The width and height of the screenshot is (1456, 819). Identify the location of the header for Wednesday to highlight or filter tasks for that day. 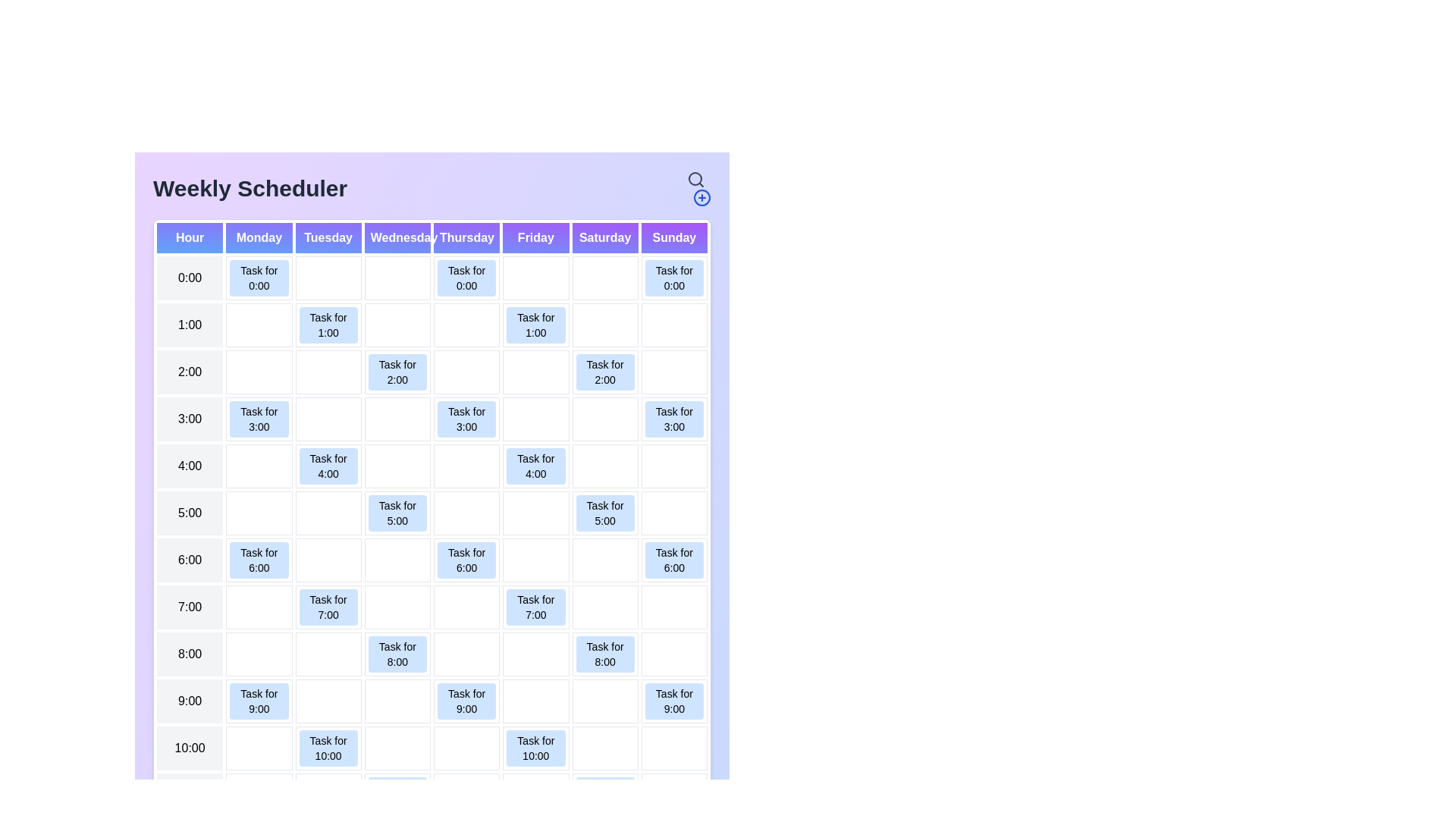
(397, 237).